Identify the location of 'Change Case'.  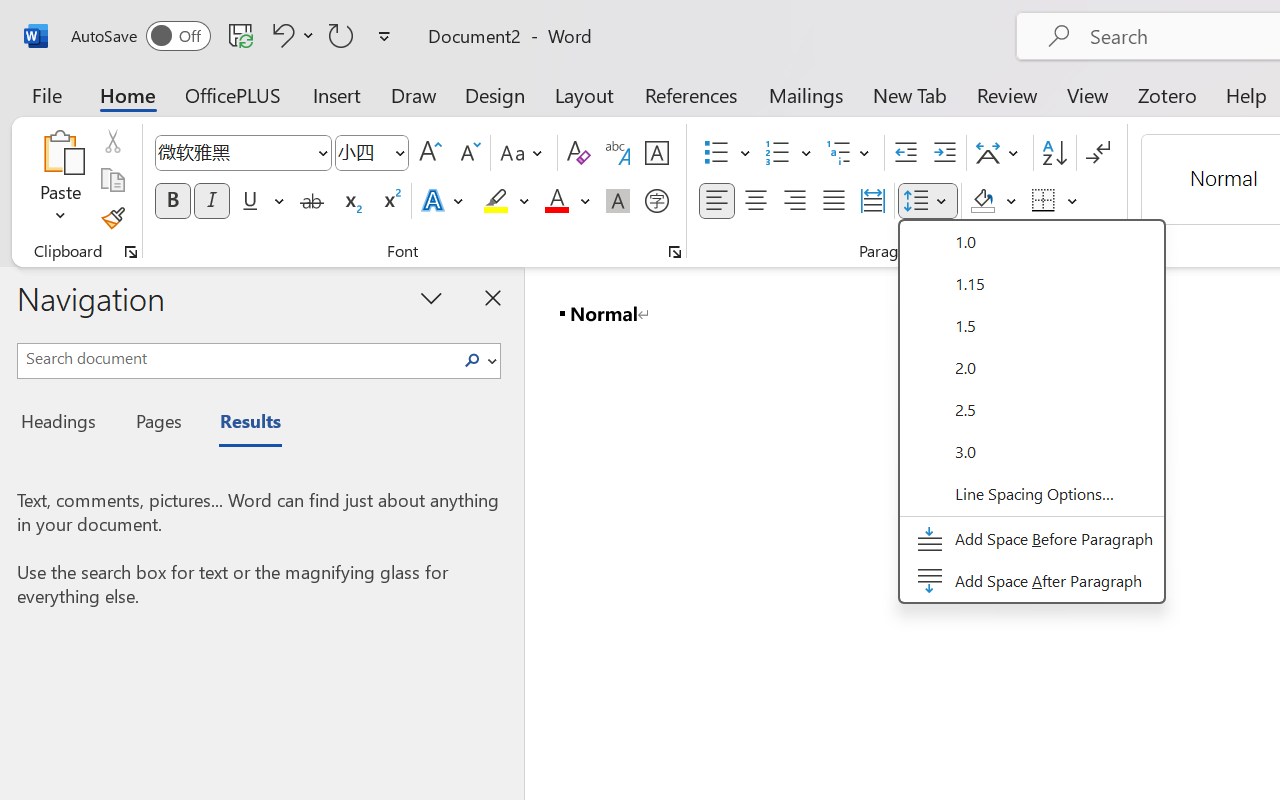
(524, 153).